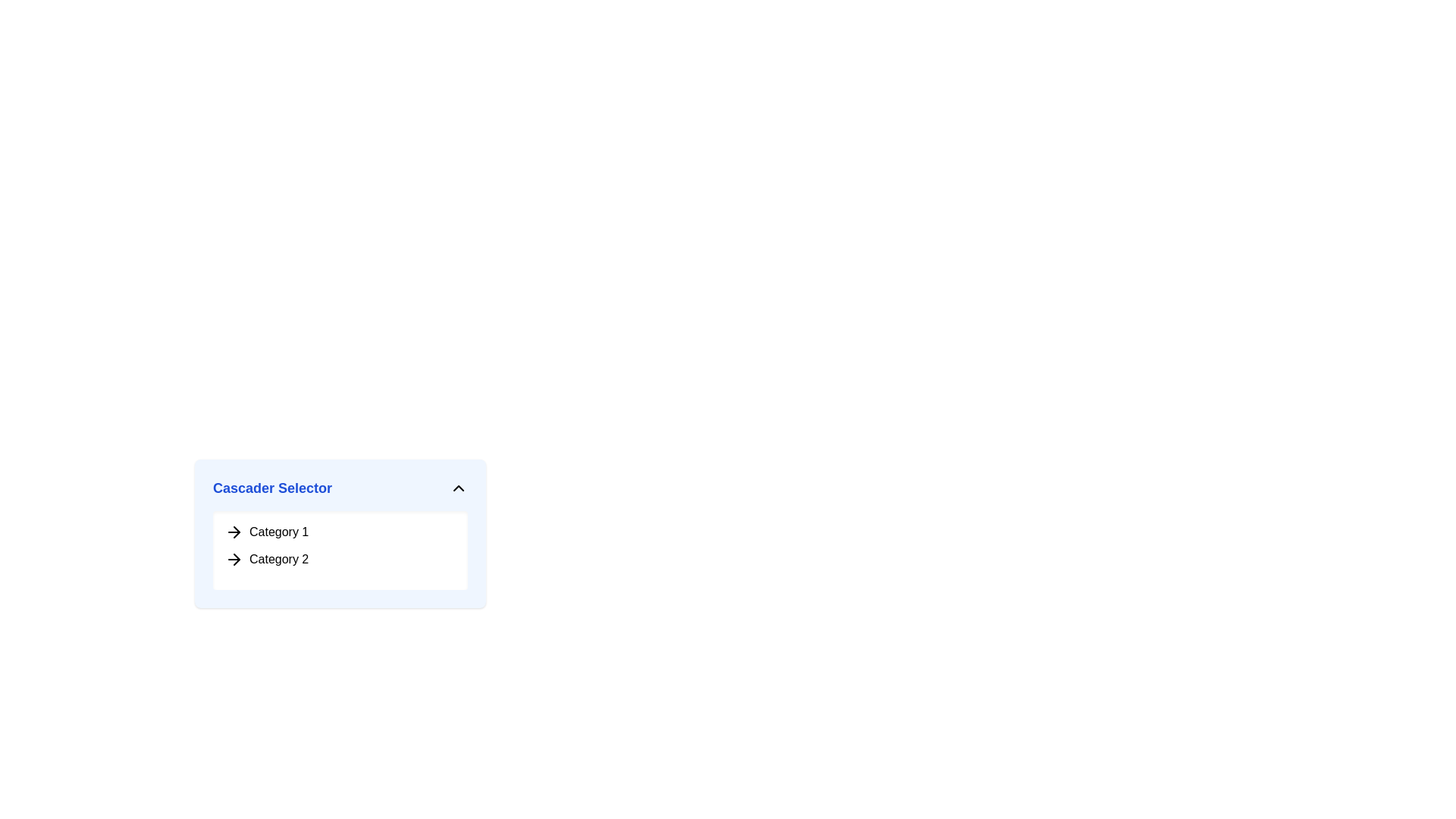 The image size is (1456, 819). Describe the element at coordinates (457, 488) in the screenshot. I see `the chevron icon on the rightmost side of the 'Cascader Selector' header` at that location.